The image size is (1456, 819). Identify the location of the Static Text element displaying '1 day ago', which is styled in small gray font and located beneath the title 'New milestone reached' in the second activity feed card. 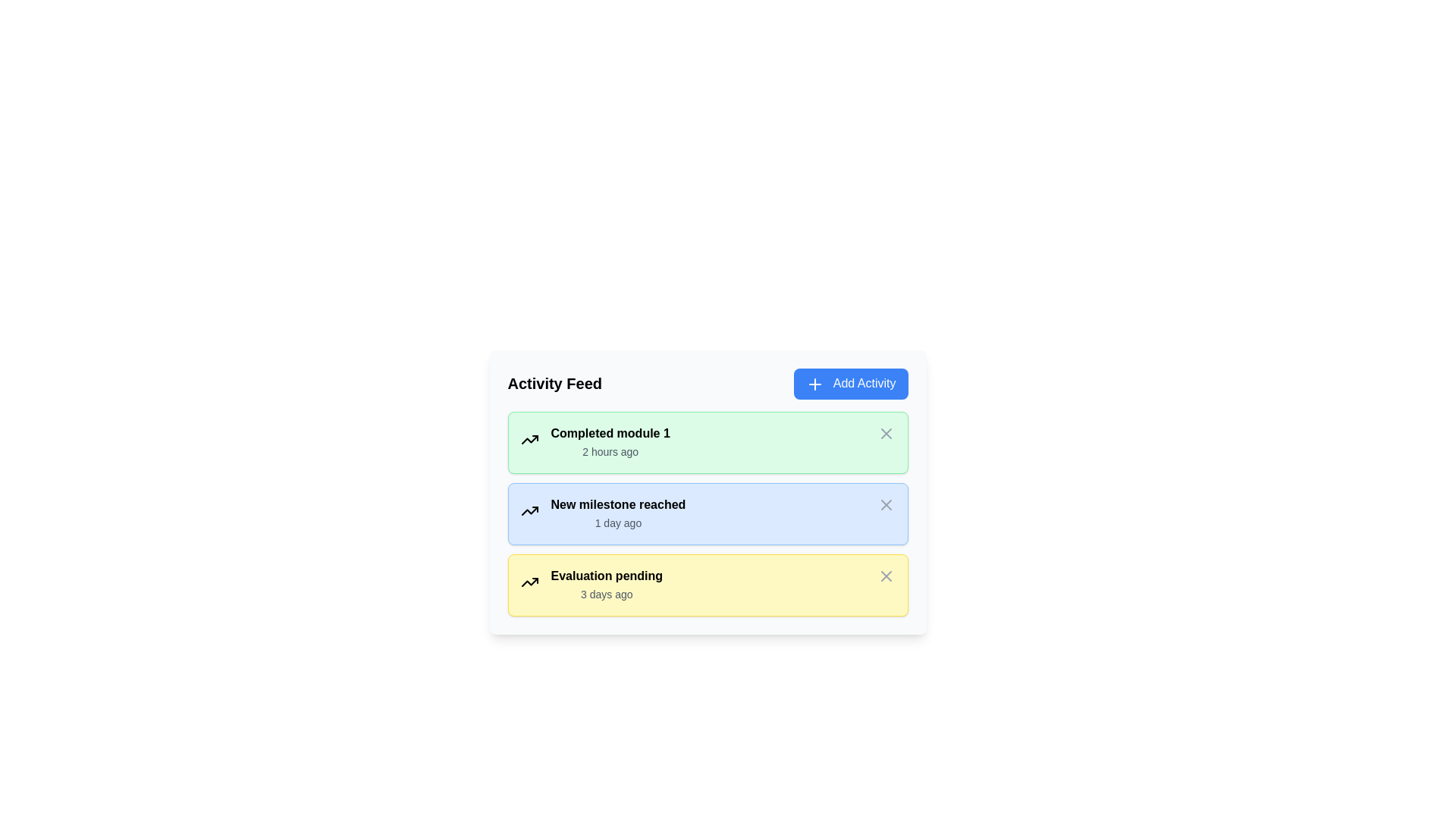
(618, 522).